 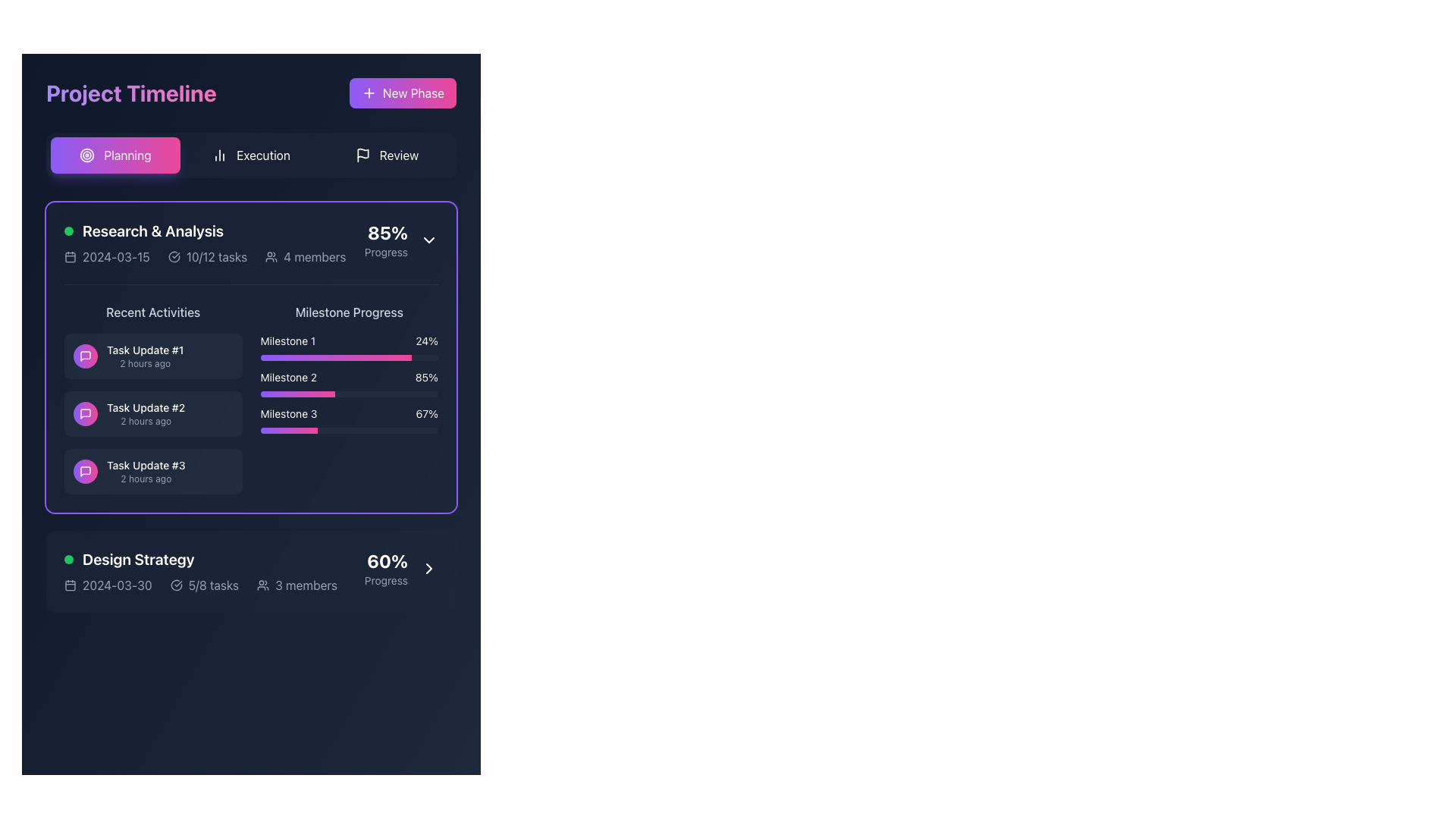 I want to click on the second button in the row, which navigates to the 'Execution' phase of the project management tool, so click(x=251, y=155).